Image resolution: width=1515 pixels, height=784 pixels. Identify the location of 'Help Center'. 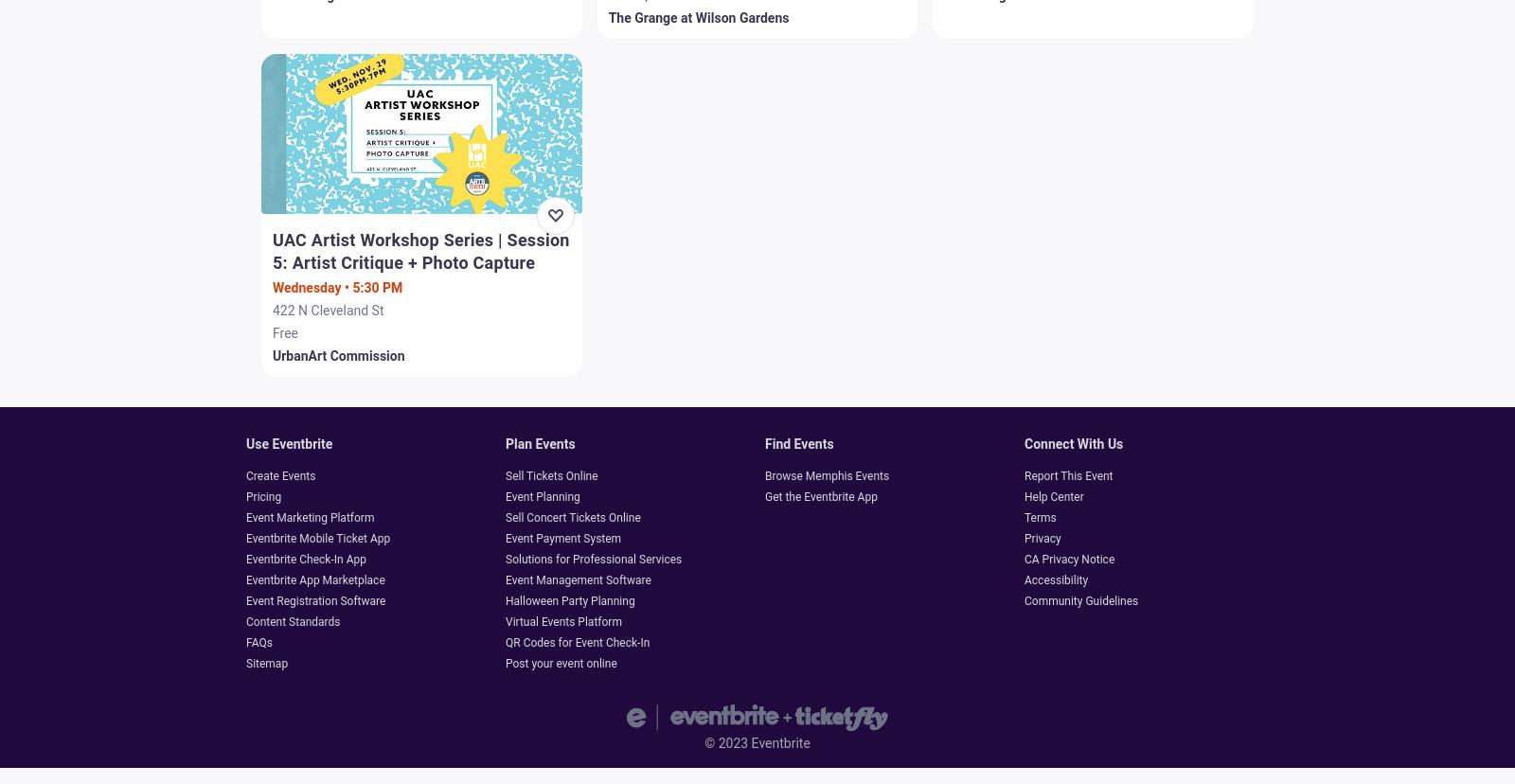
(1053, 496).